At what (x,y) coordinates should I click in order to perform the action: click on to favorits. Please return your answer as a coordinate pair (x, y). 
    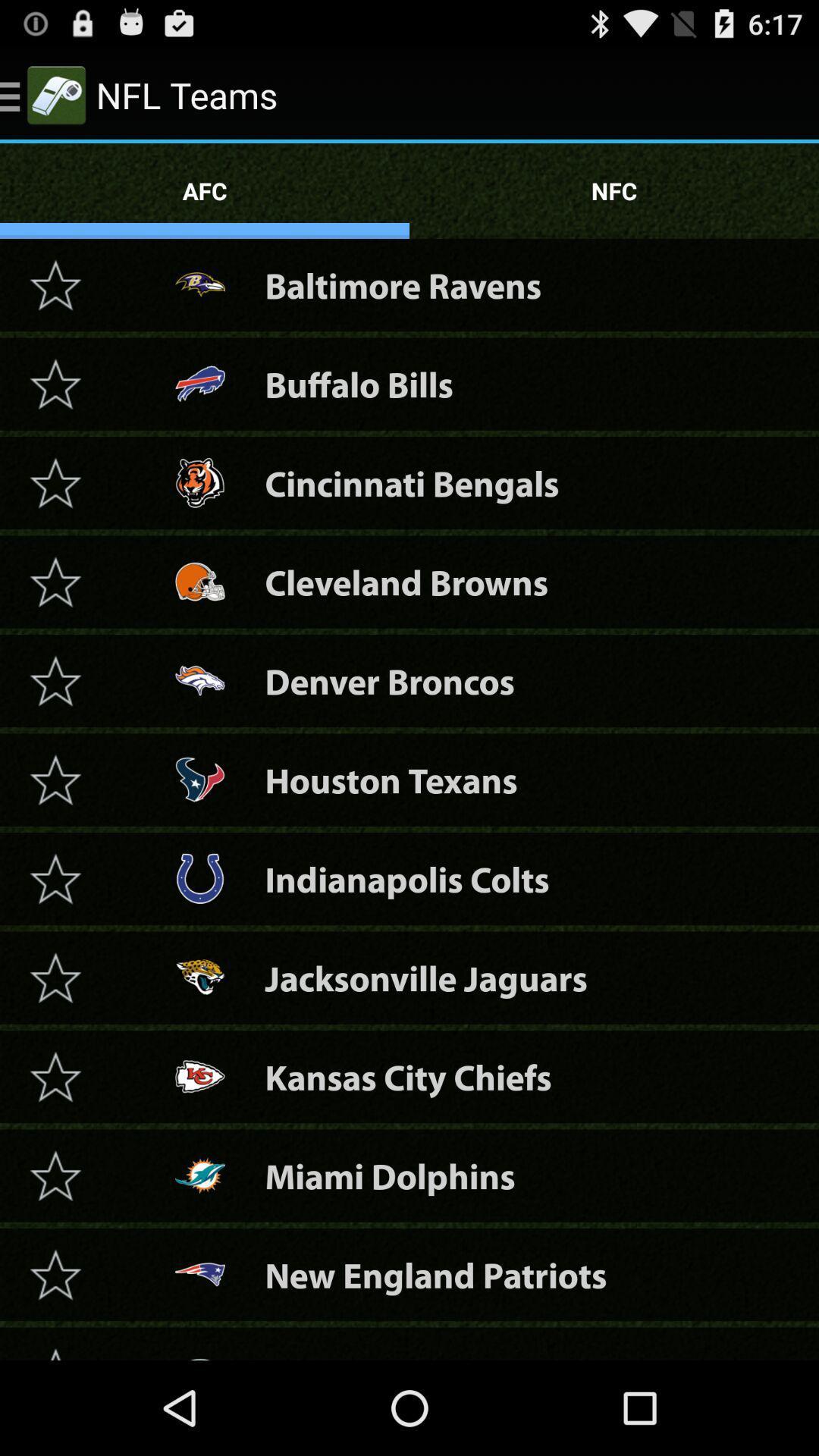
    Looking at the image, I should click on (55, 482).